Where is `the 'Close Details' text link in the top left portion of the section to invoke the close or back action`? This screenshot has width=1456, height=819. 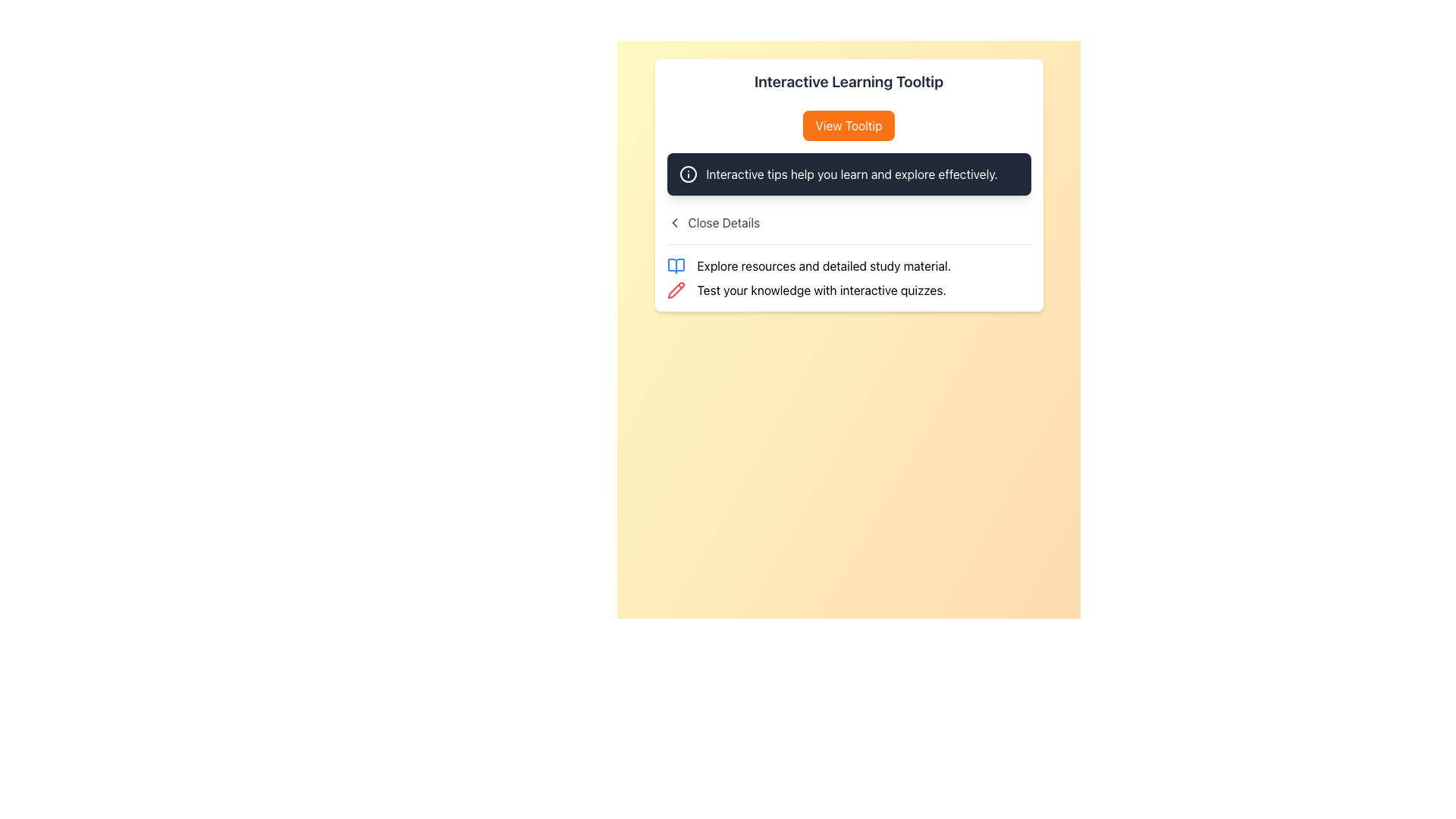
the 'Close Details' text link in the top left portion of the section to invoke the close or back action is located at coordinates (712, 222).